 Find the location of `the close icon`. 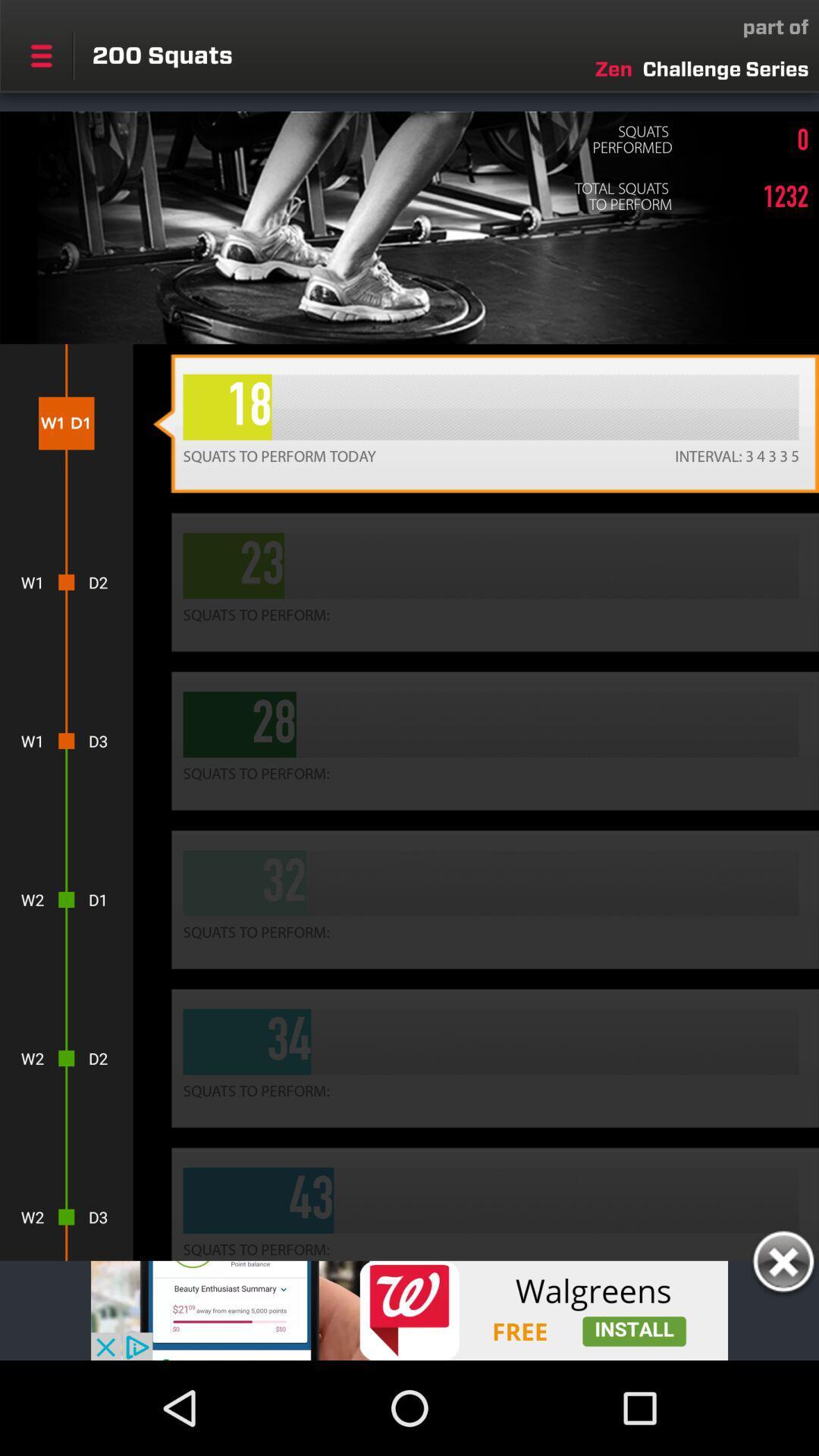

the close icon is located at coordinates (783, 1264).